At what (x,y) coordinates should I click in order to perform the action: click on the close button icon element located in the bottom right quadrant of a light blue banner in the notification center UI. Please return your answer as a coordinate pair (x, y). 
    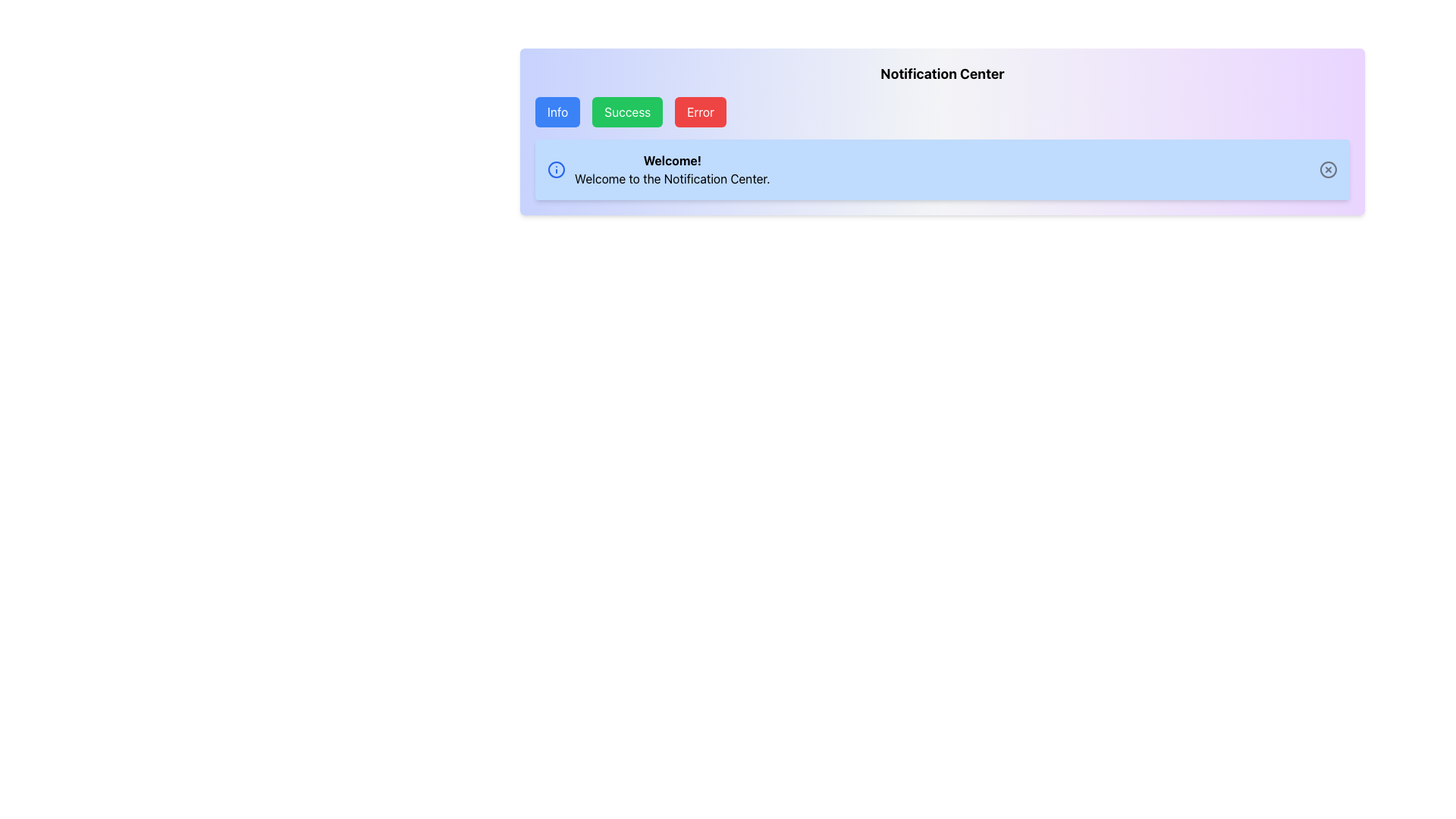
    Looking at the image, I should click on (1328, 169).